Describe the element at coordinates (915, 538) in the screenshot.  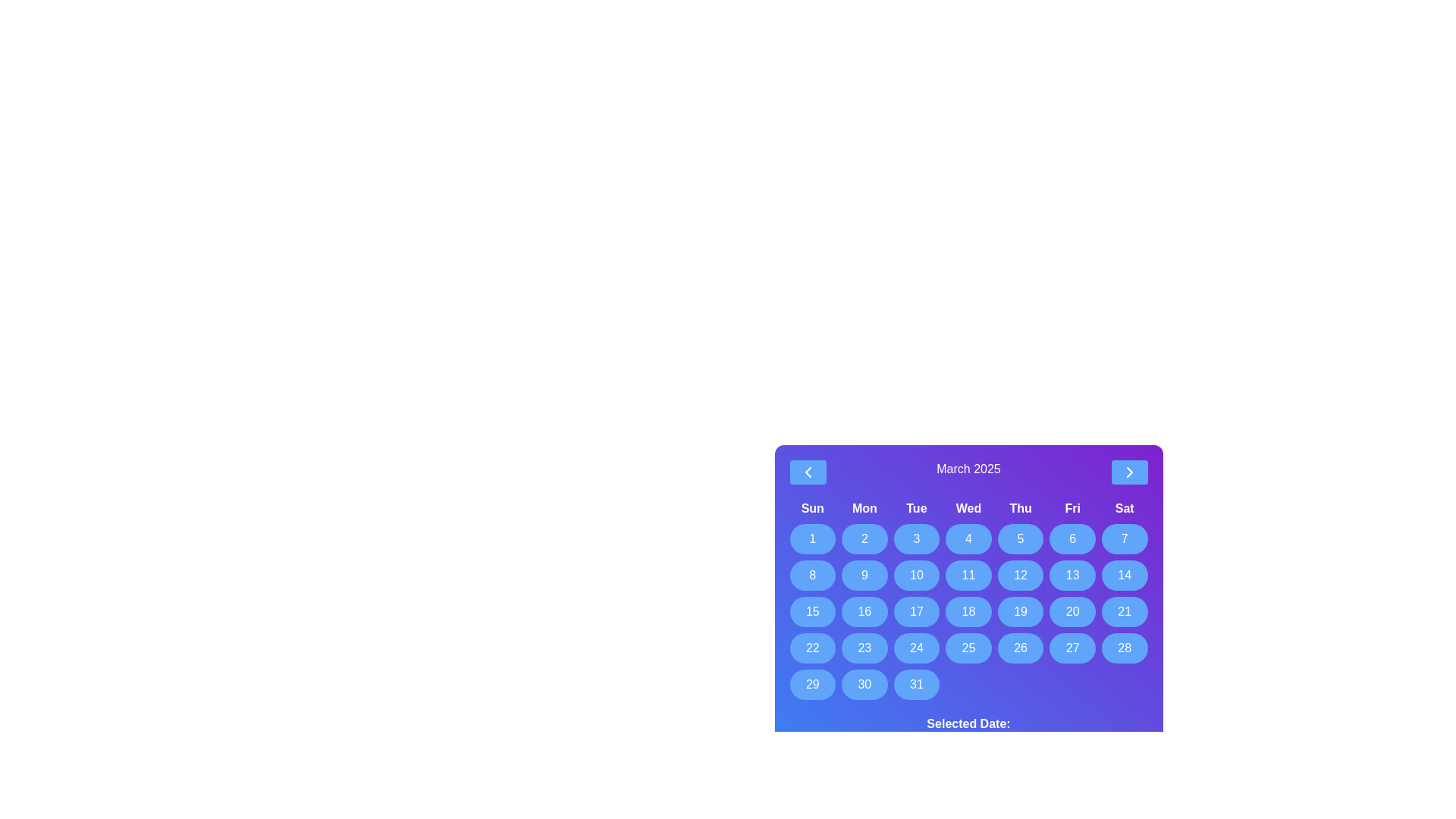
I see `the calendar button for date '3' located in the first row and third column under the 'Tue' header` at that location.